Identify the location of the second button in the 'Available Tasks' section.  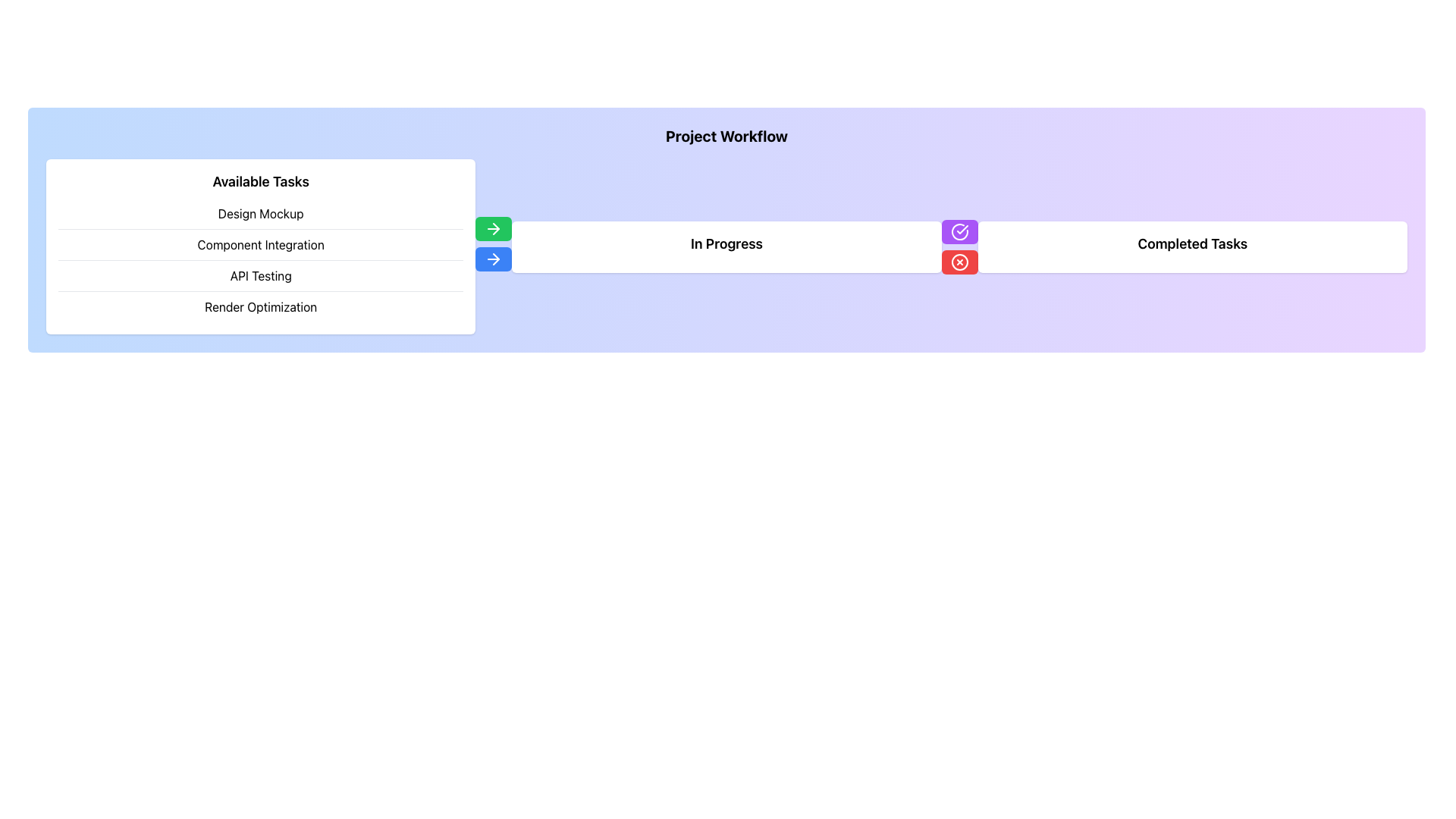
(494, 258).